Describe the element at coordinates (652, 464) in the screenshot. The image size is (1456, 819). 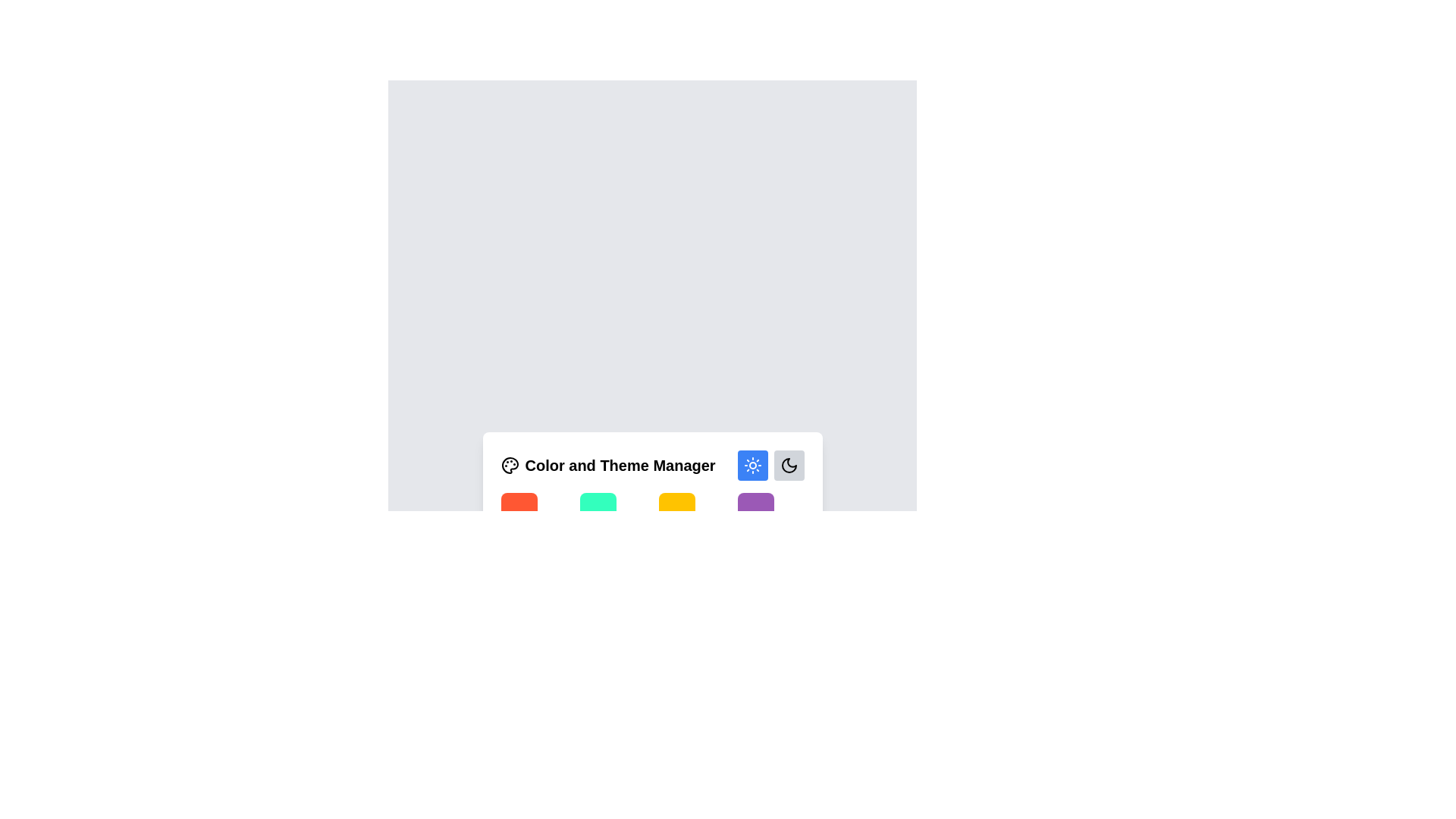
I see `the 'Color and Theme Manager' header` at that location.